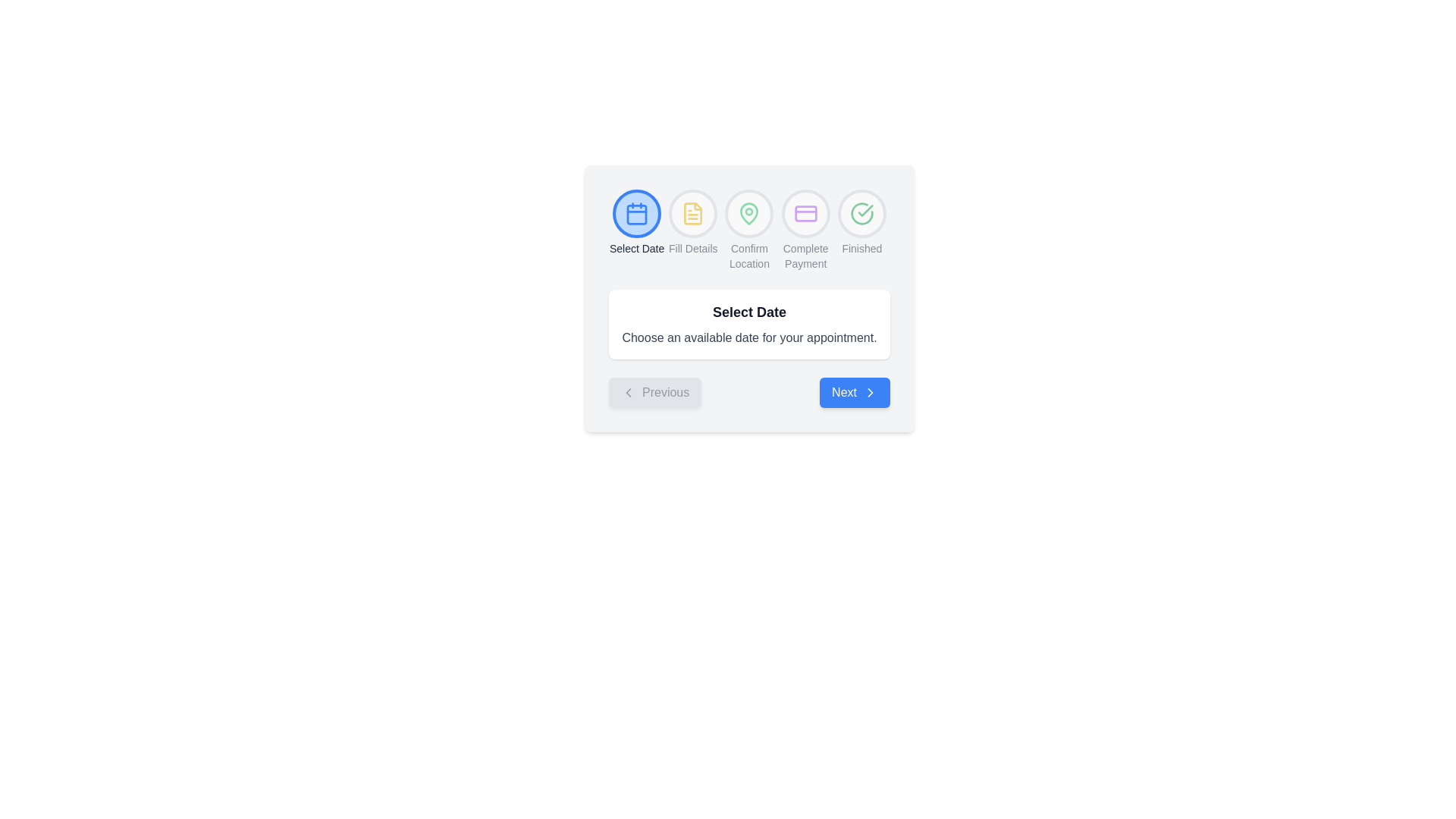 This screenshot has width=1456, height=819. Describe the element at coordinates (749, 213) in the screenshot. I see `the map pin shaped icon that is the third icon from the left in the 'Confirm Location' step at the top of the dialog interface` at that location.